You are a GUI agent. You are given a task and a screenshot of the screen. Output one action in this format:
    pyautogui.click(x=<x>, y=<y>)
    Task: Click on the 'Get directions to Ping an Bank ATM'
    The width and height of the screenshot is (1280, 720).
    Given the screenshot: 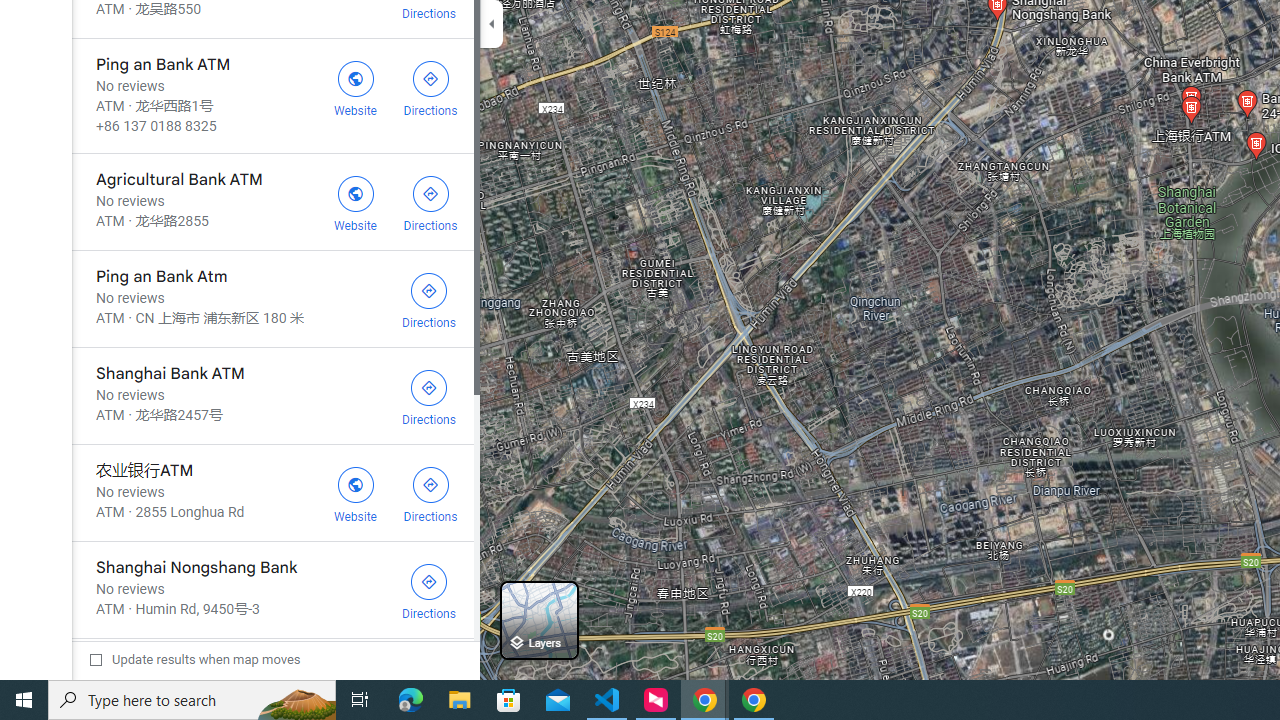 What is the action you would take?
    pyautogui.click(x=429, y=85)
    